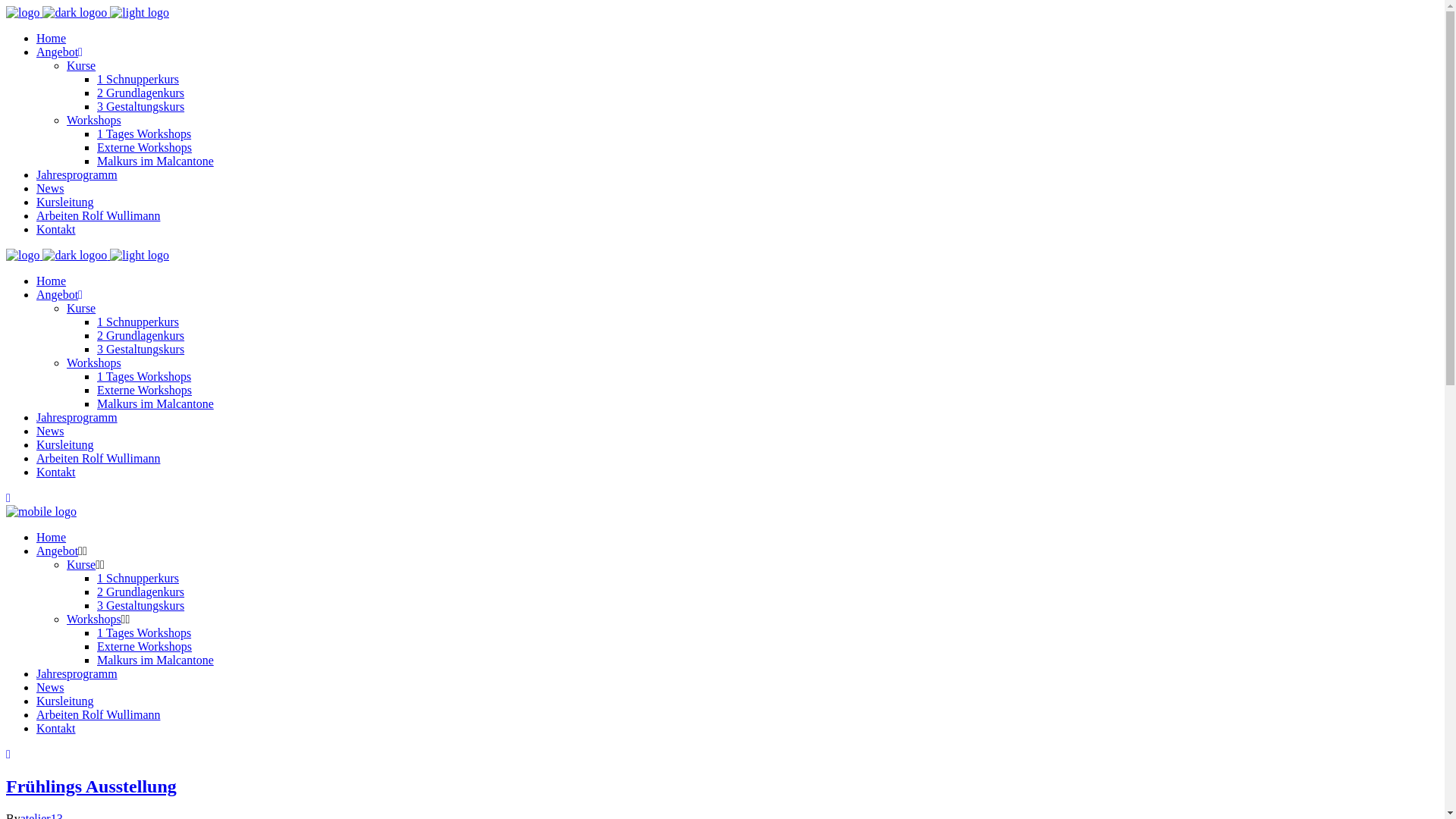 This screenshot has width=1456, height=819. What do you see at coordinates (155, 161) in the screenshot?
I see `'Malkurs im Malcantone'` at bounding box center [155, 161].